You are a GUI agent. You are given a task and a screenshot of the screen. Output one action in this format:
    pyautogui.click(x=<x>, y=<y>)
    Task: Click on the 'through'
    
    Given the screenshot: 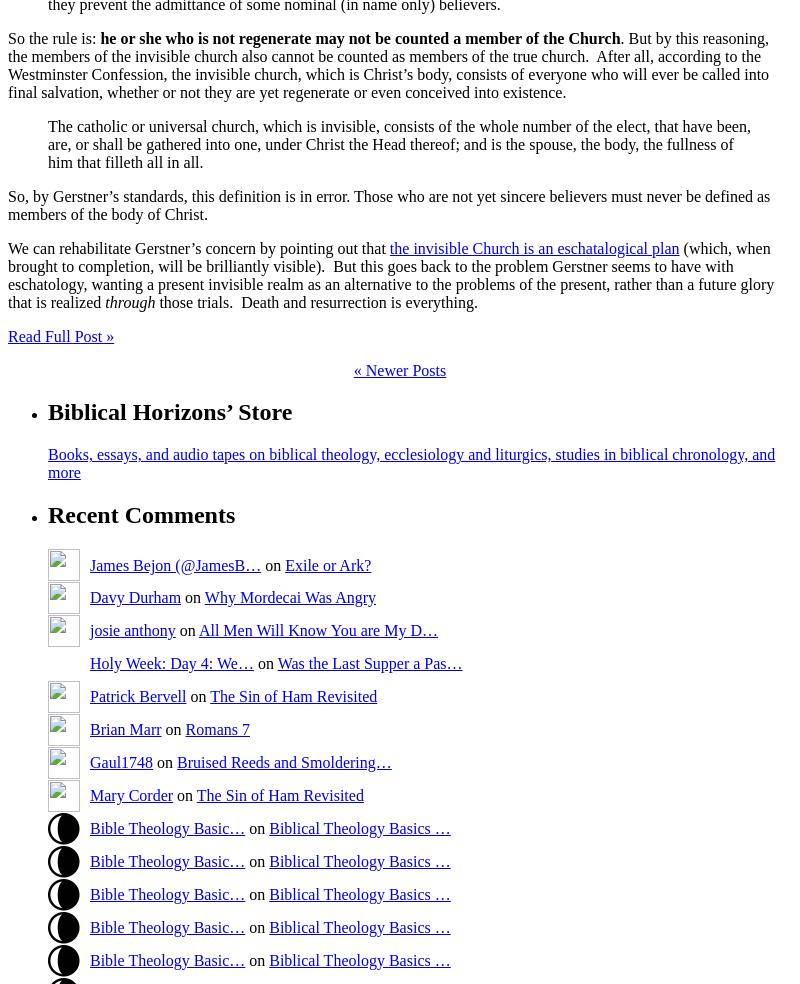 What is the action you would take?
    pyautogui.click(x=129, y=300)
    